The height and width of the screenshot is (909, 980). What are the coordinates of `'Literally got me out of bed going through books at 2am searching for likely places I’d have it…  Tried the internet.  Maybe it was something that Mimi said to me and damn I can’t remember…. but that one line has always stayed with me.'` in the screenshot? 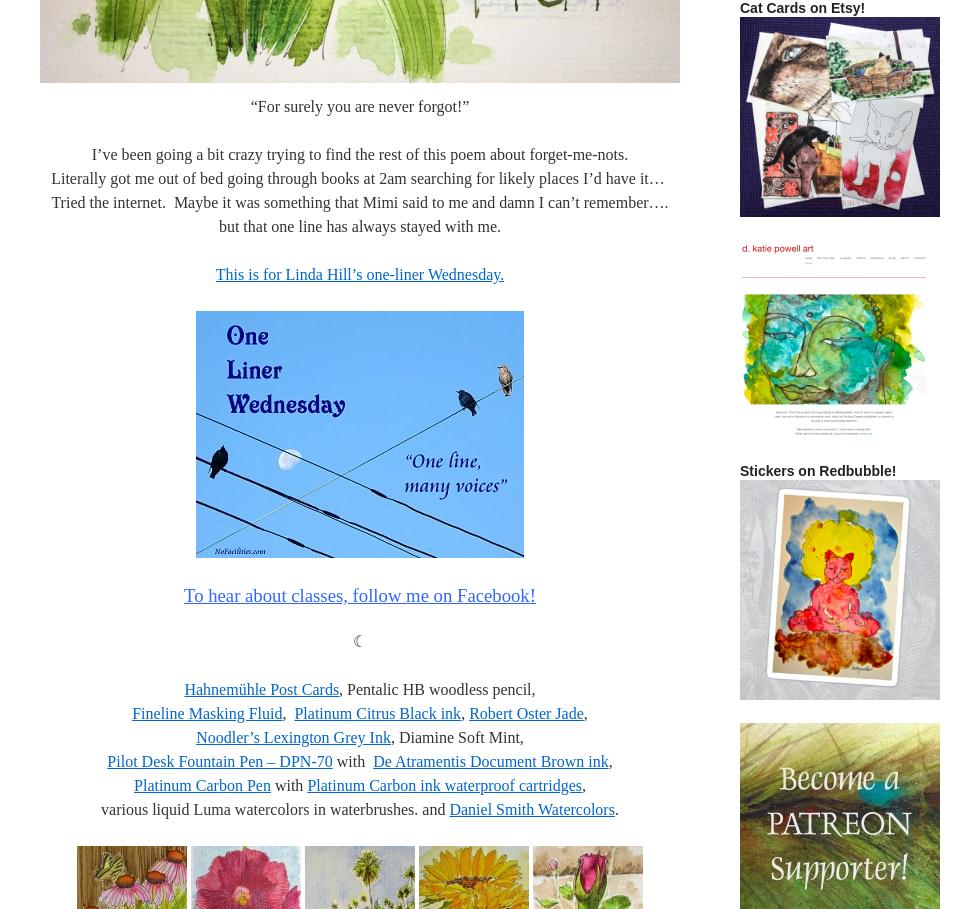 It's located at (359, 202).